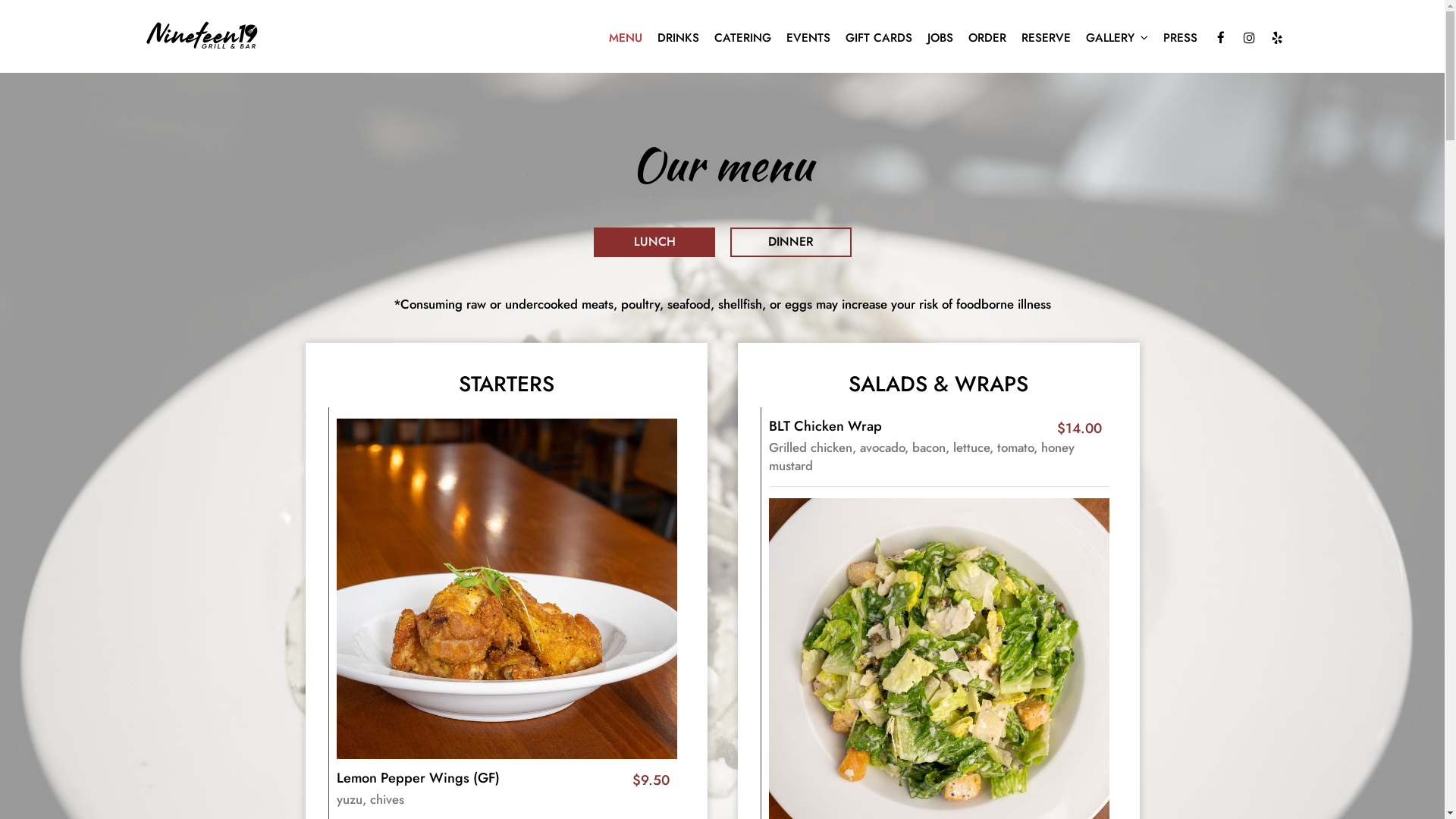  What do you see at coordinates (705, 37) in the screenshot?
I see `'CATERING'` at bounding box center [705, 37].